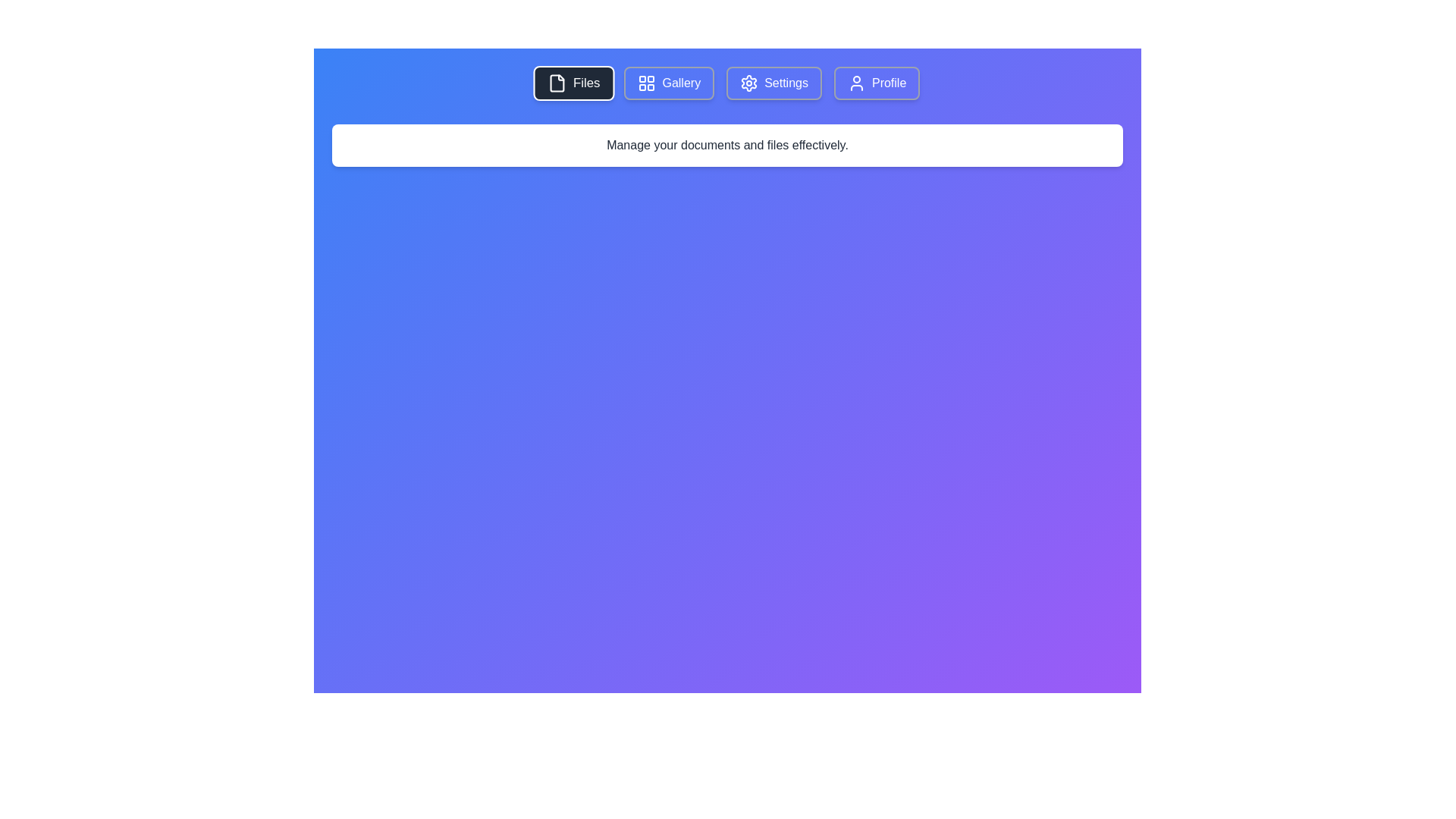 Image resolution: width=1456 pixels, height=819 pixels. Describe the element at coordinates (856, 83) in the screenshot. I see `the user profile icon located inside the 'Profile' button, which is the last button in a row of four on the top navigation bar` at that location.